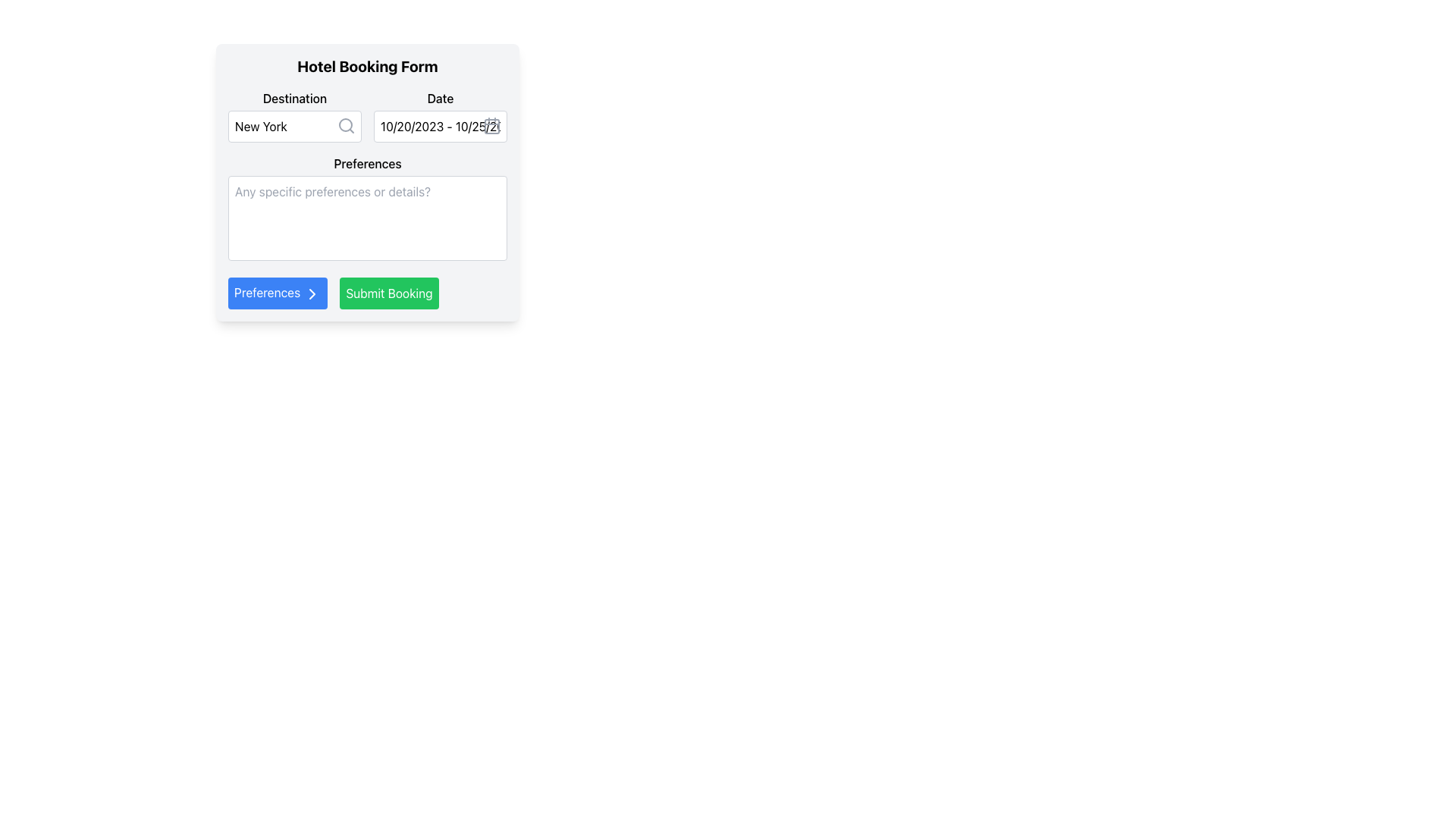  I want to click on the 'Preferences' button, which is a rectangular button with a blue background and white text located at the bottom-left corner of the main card layout, so click(278, 293).